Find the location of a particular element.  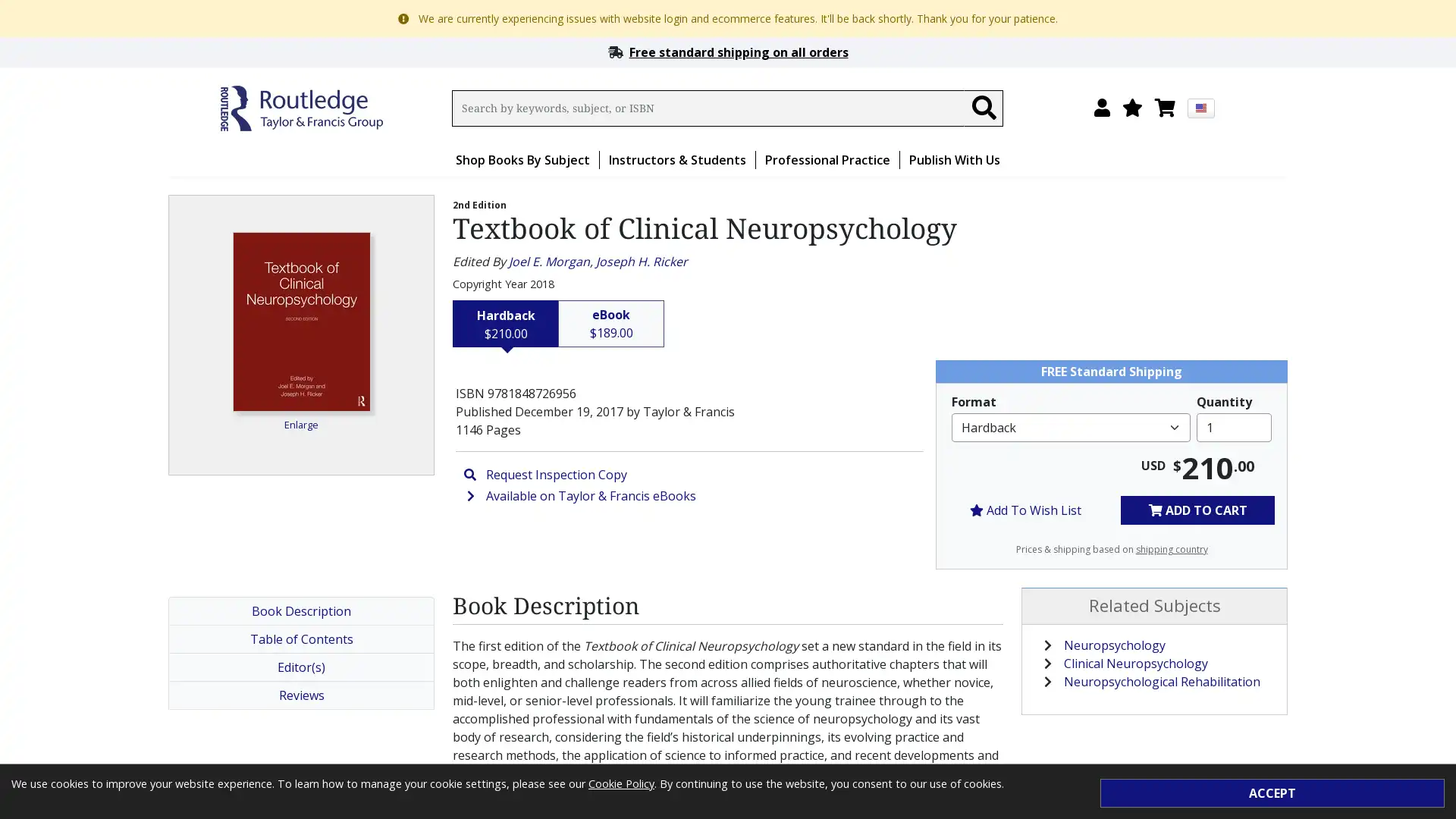

Hardback $210.00 is located at coordinates (506, 323).